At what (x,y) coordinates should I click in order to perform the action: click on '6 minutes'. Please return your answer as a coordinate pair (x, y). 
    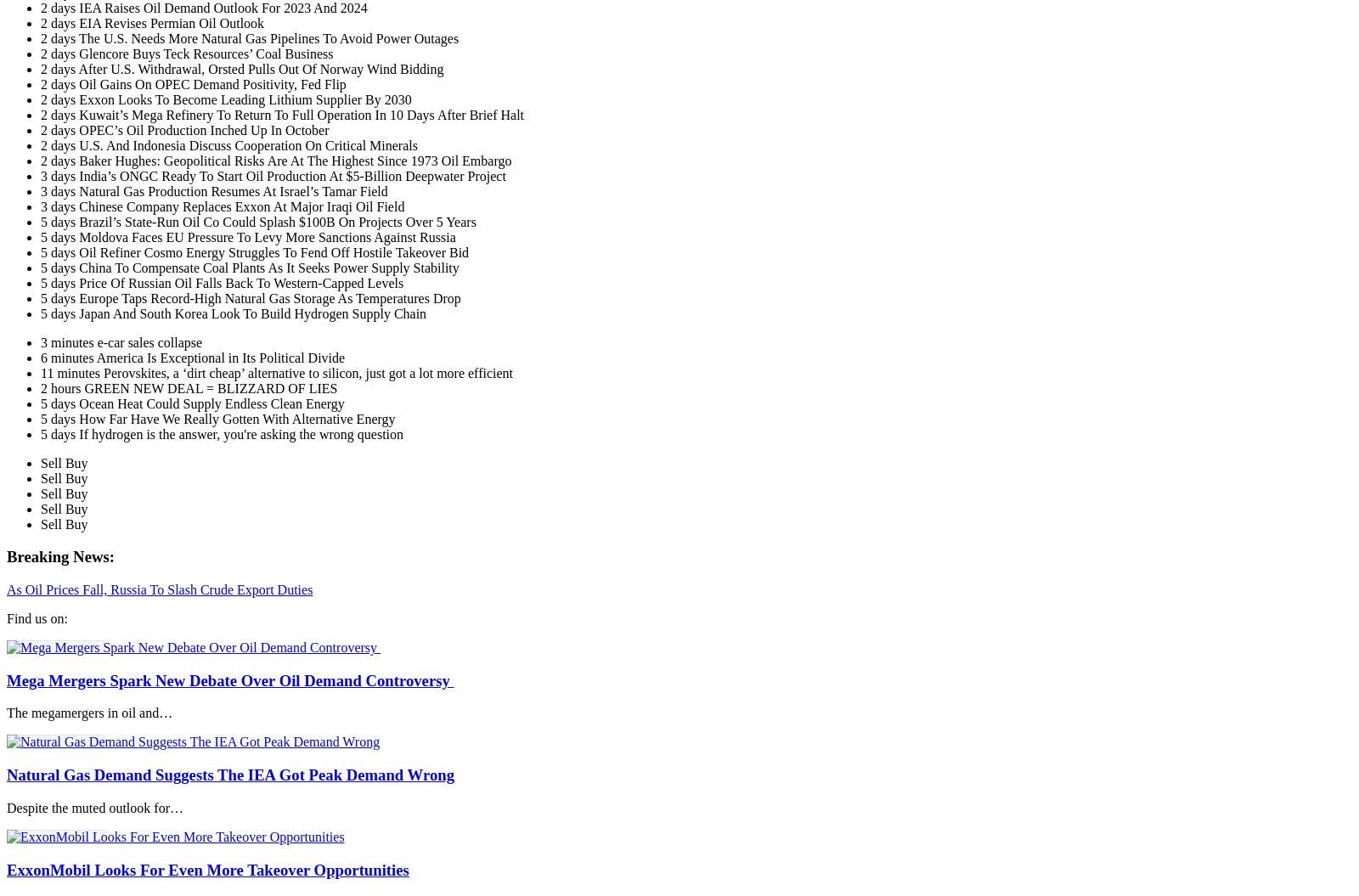
    Looking at the image, I should click on (66, 356).